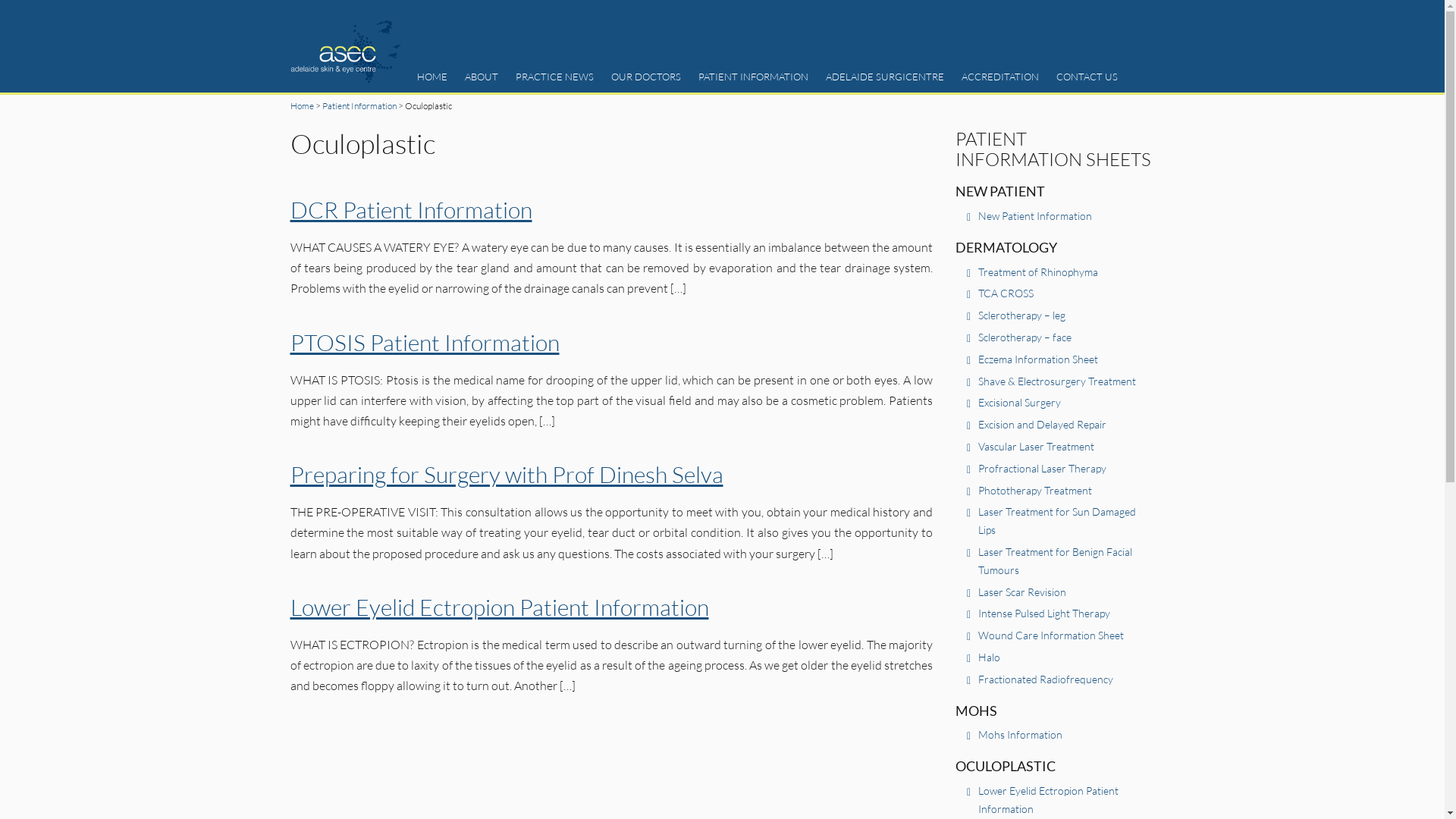 The image size is (1456, 819). What do you see at coordinates (301, 105) in the screenshot?
I see `'Home'` at bounding box center [301, 105].